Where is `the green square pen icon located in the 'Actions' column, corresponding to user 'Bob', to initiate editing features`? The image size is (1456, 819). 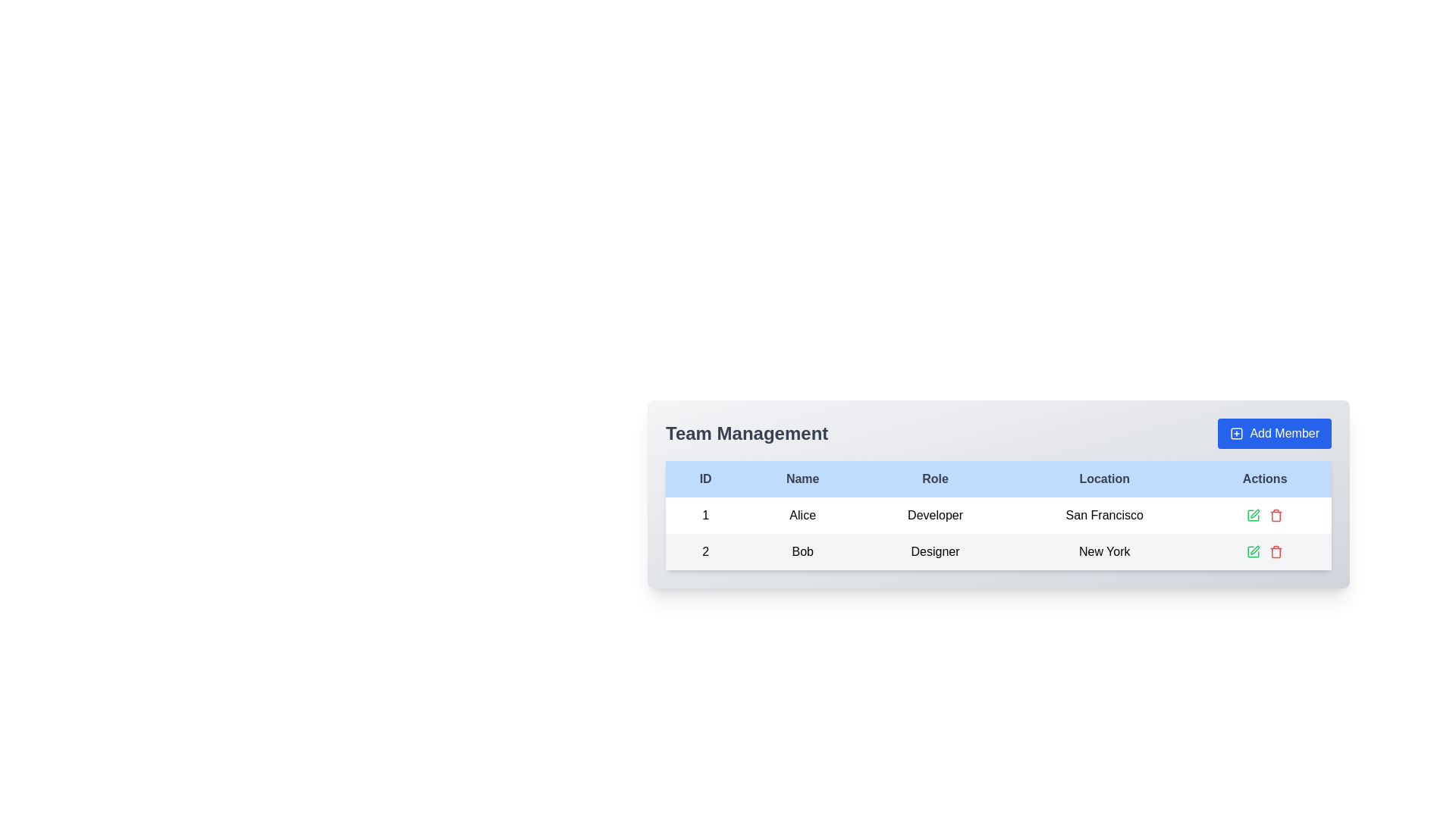 the green square pen icon located in the 'Actions' column, corresponding to user 'Bob', to initiate editing features is located at coordinates (1254, 552).